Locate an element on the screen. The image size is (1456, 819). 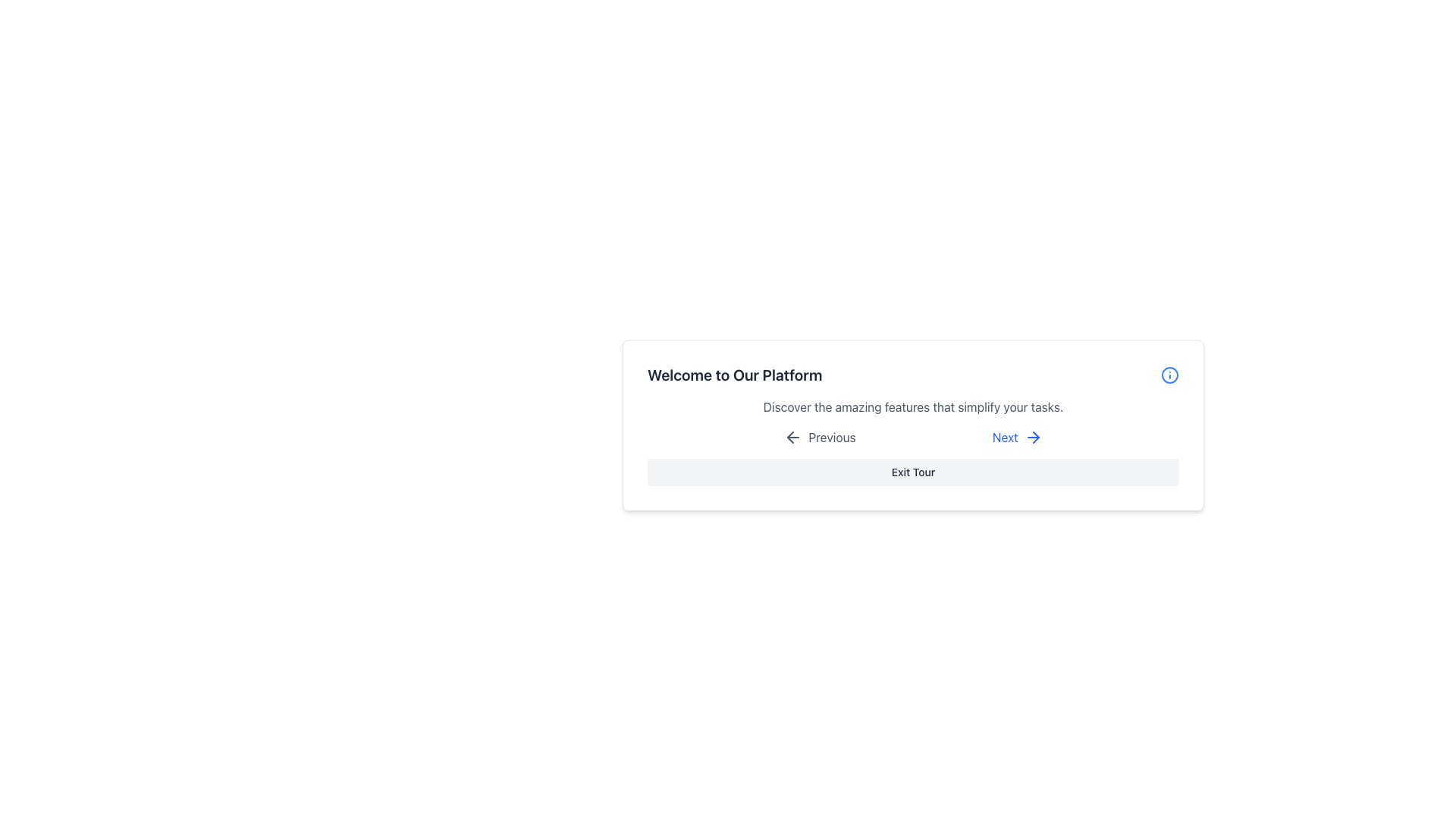
the 'Exit Tour' button, which is a light gray rectangular button with rounded corners located at the bottom center of the popup section is located at coordinates (912, 472).